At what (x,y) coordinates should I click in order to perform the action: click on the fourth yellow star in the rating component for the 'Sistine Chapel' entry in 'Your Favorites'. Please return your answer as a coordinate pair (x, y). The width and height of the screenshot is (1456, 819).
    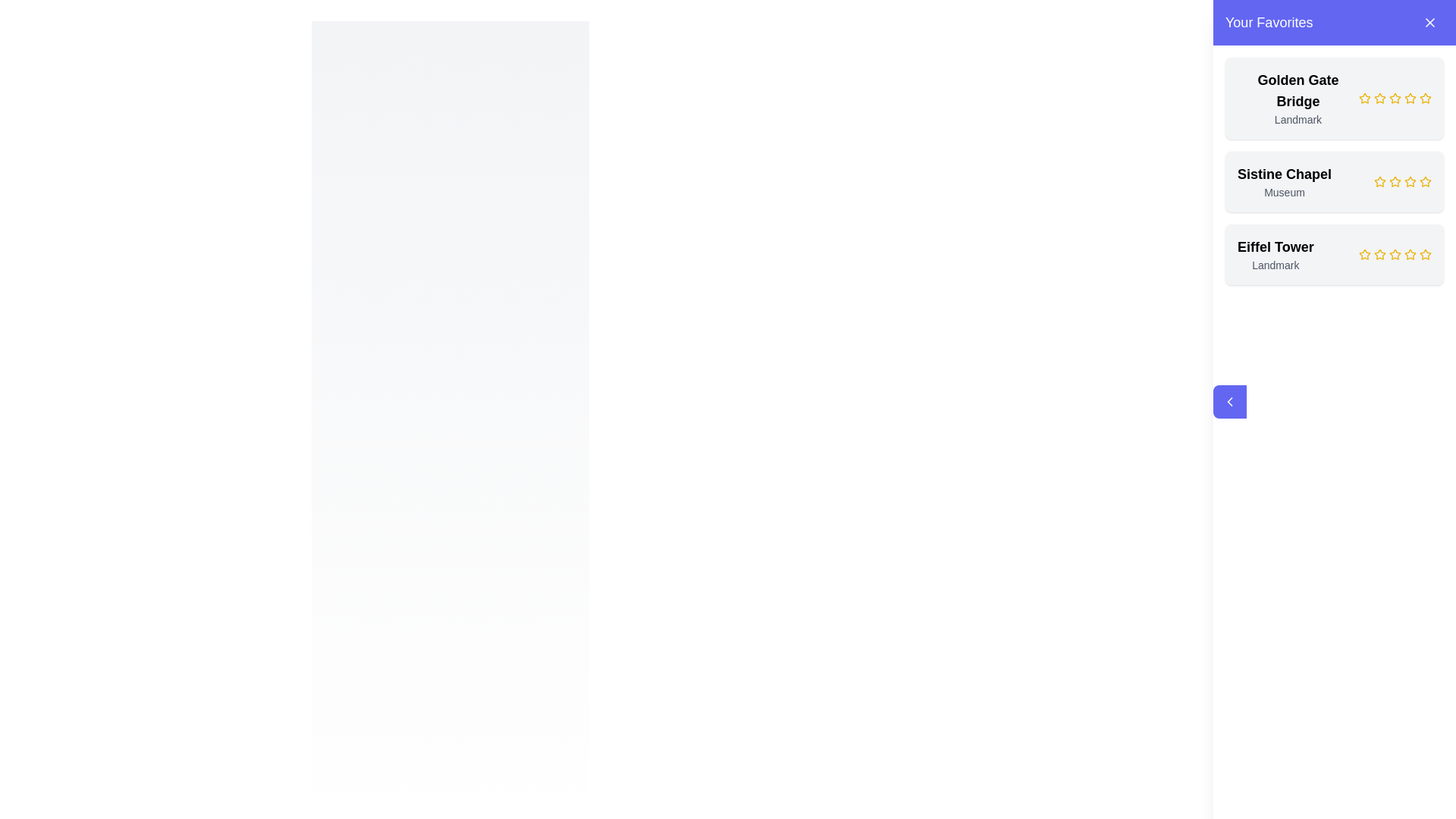
    Looking at the image, I should click on (1401, 180).